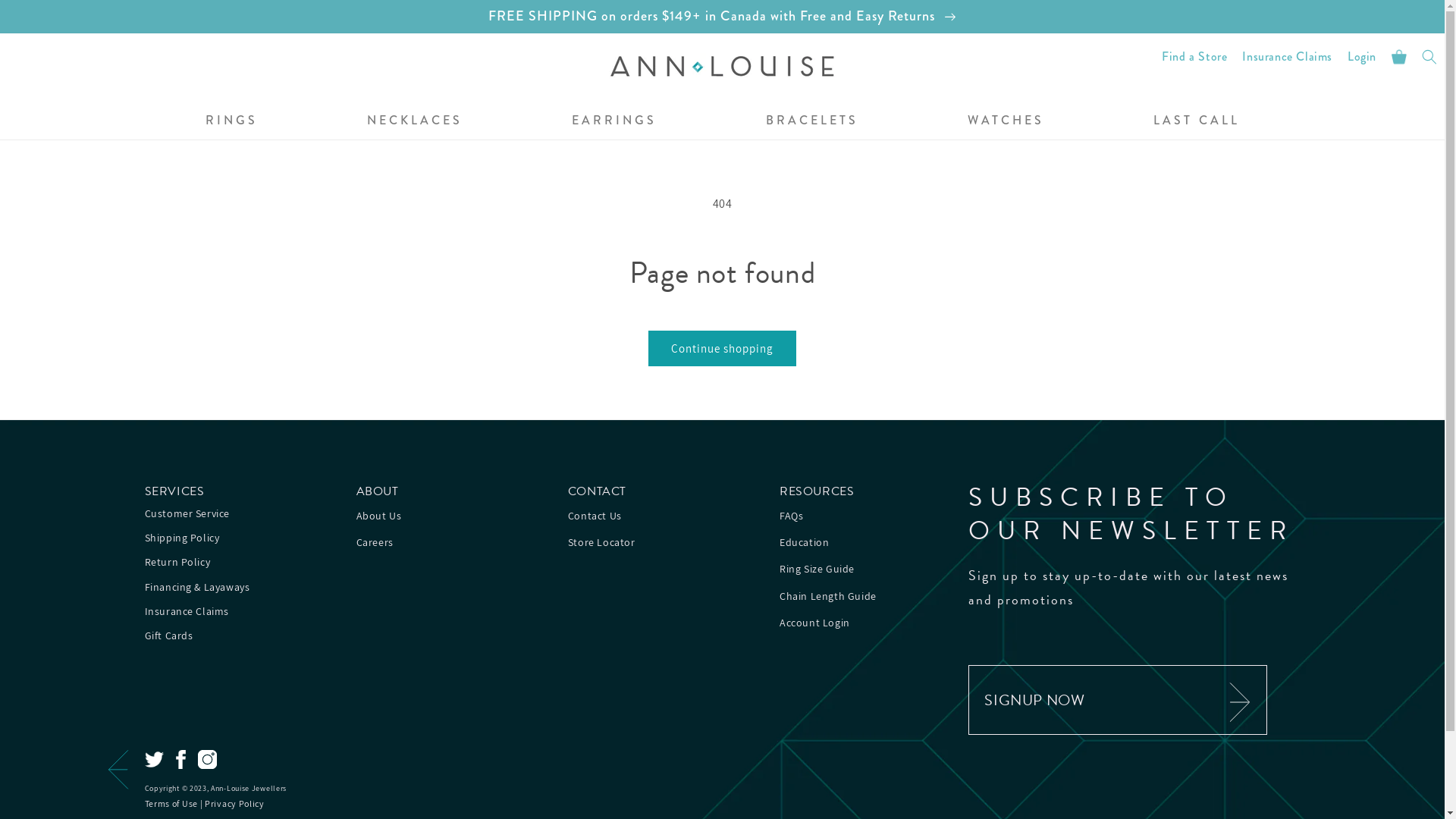  Describe the element at coordinates (234, 802) in the screenshot. I see `'Privacy Policy'` at that location.